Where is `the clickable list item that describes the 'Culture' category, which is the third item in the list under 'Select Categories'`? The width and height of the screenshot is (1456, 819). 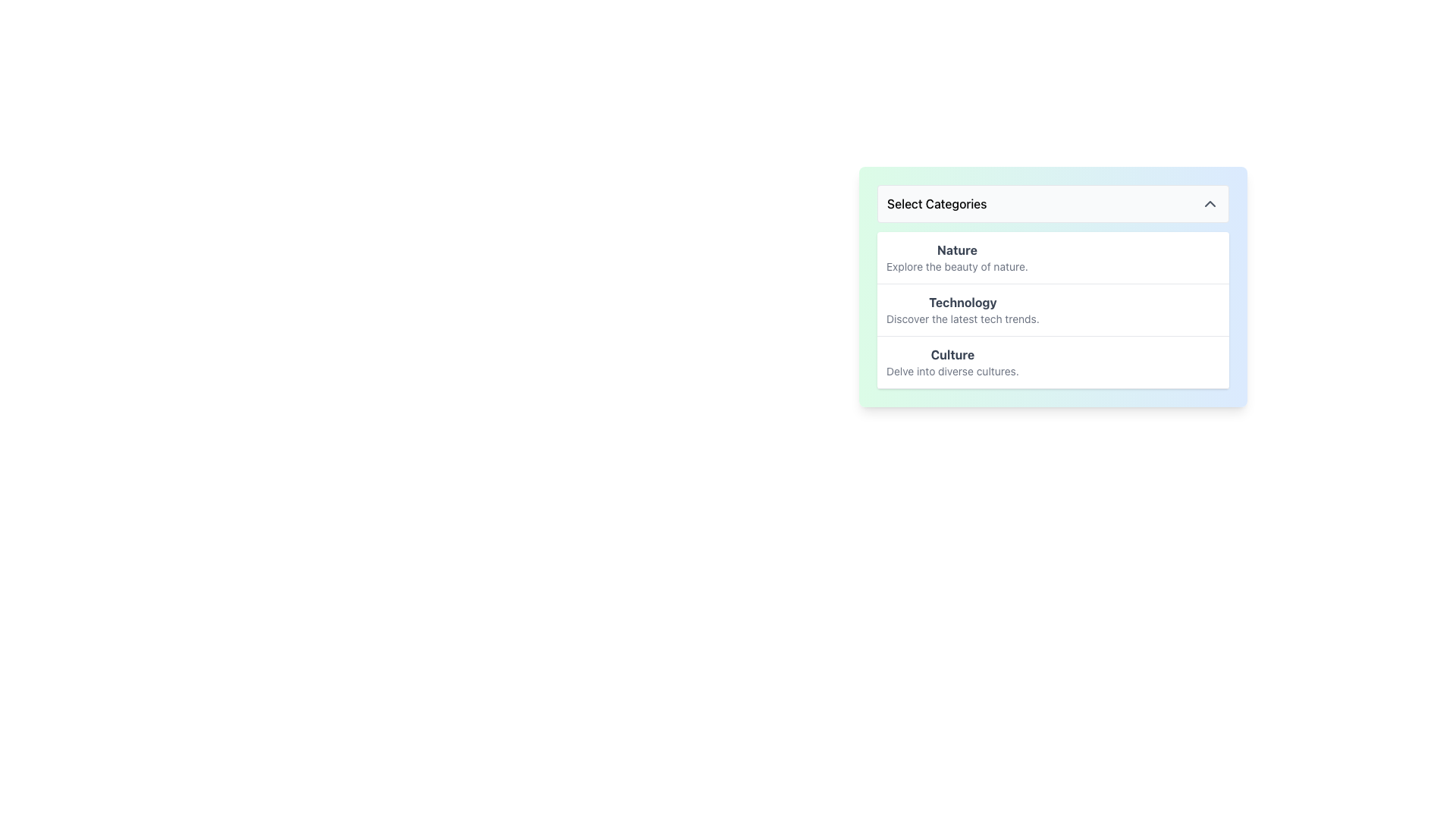 the clickable list item that describes the 'Culture' category, which is the third item in the list under 'Select Categories' is located at coordinates (1052, 362).